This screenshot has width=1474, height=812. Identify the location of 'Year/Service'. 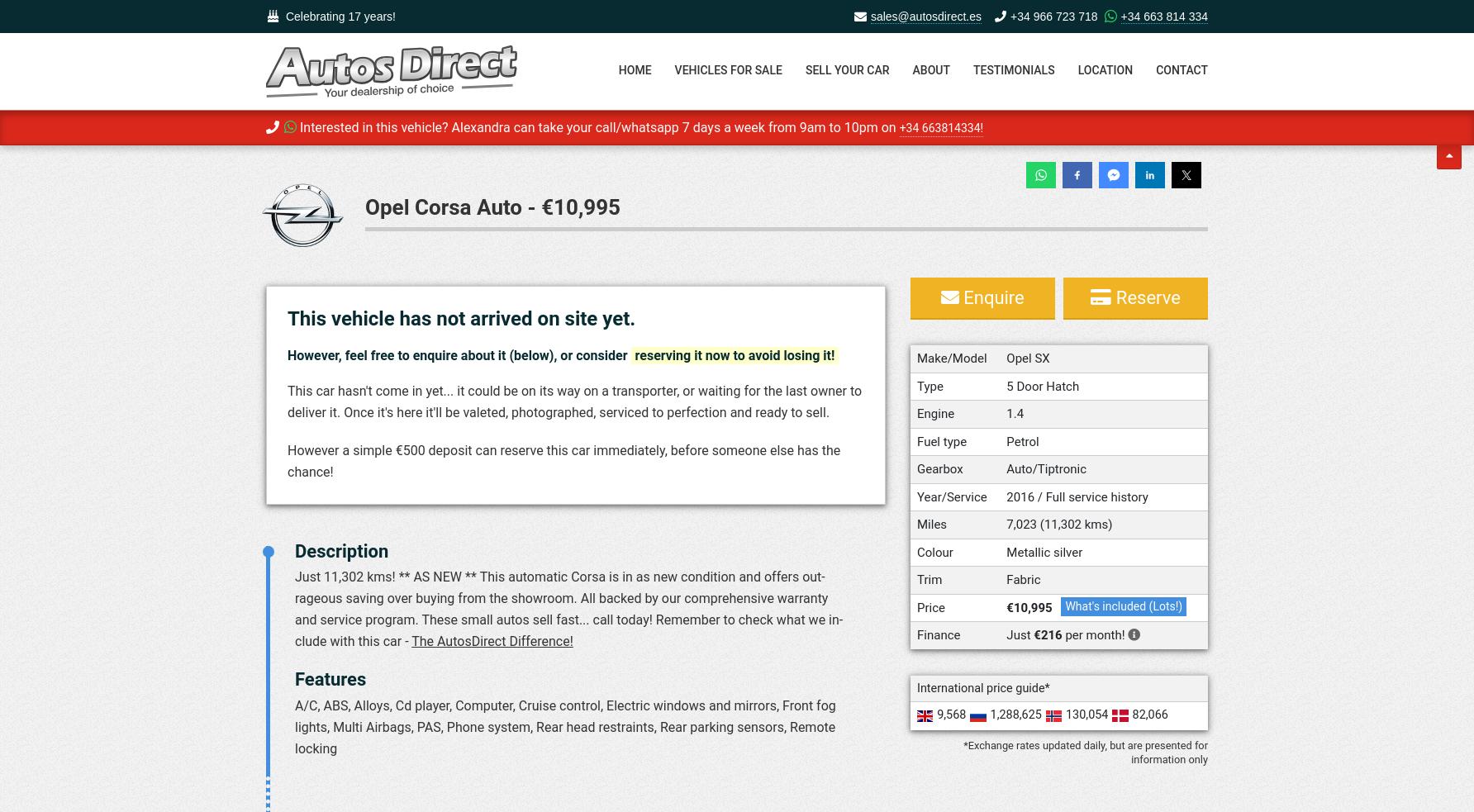
(951, 496).